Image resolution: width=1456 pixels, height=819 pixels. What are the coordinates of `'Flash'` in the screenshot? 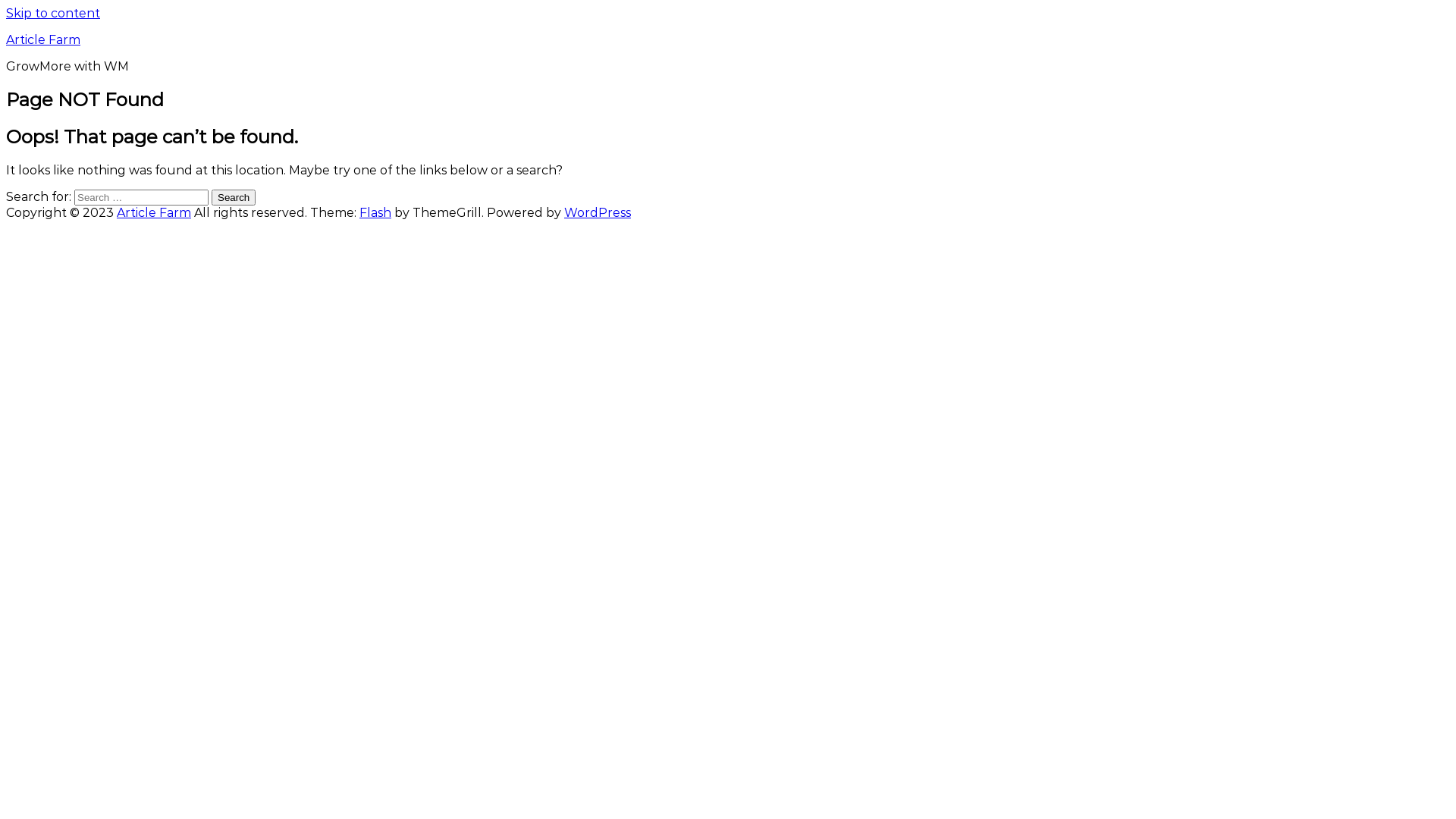 It's located at (375, 212).